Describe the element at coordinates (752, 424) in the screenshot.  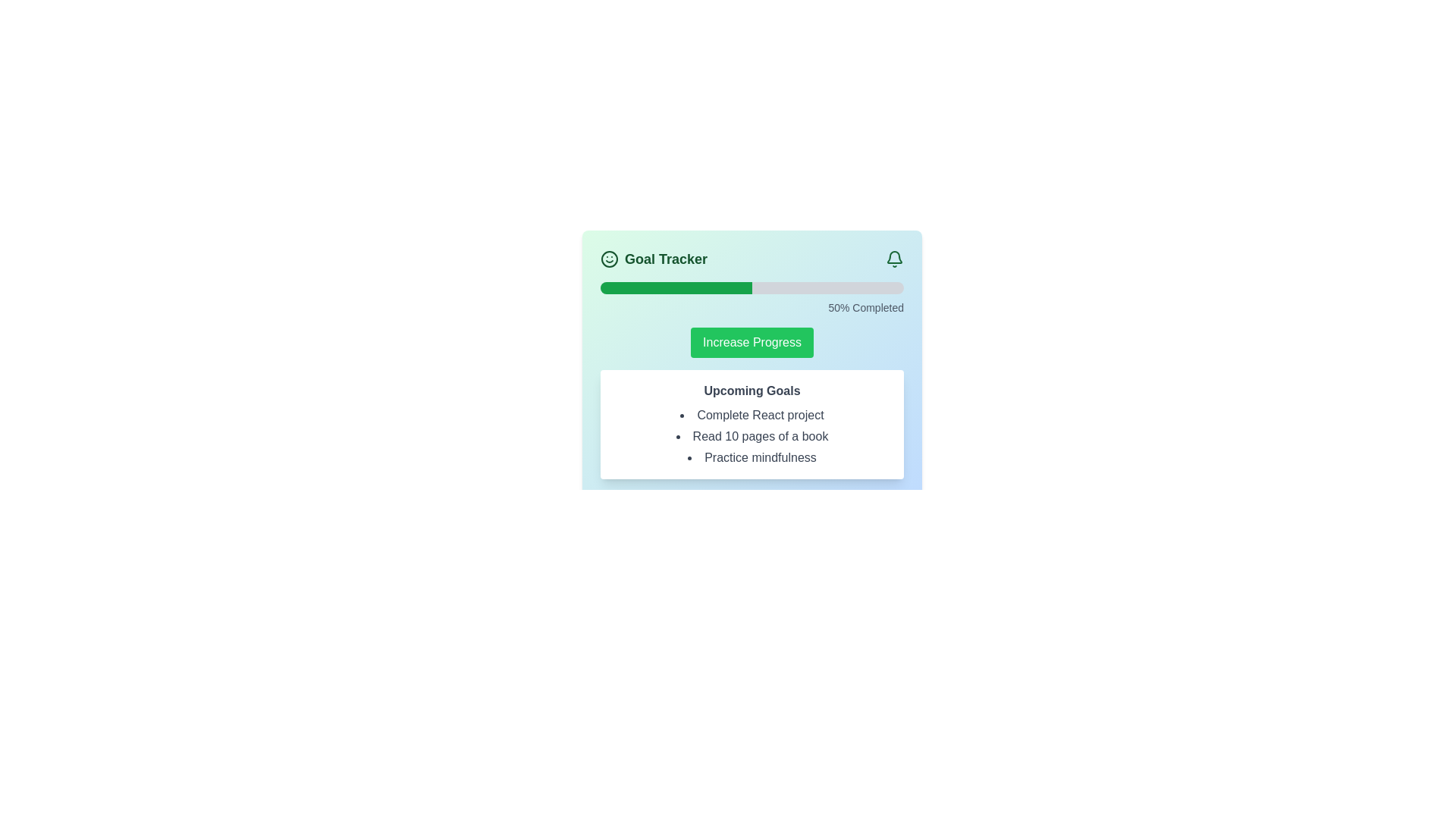
I see `the 'Upcoming Goals' section with a white background and shadow effect` at that location.